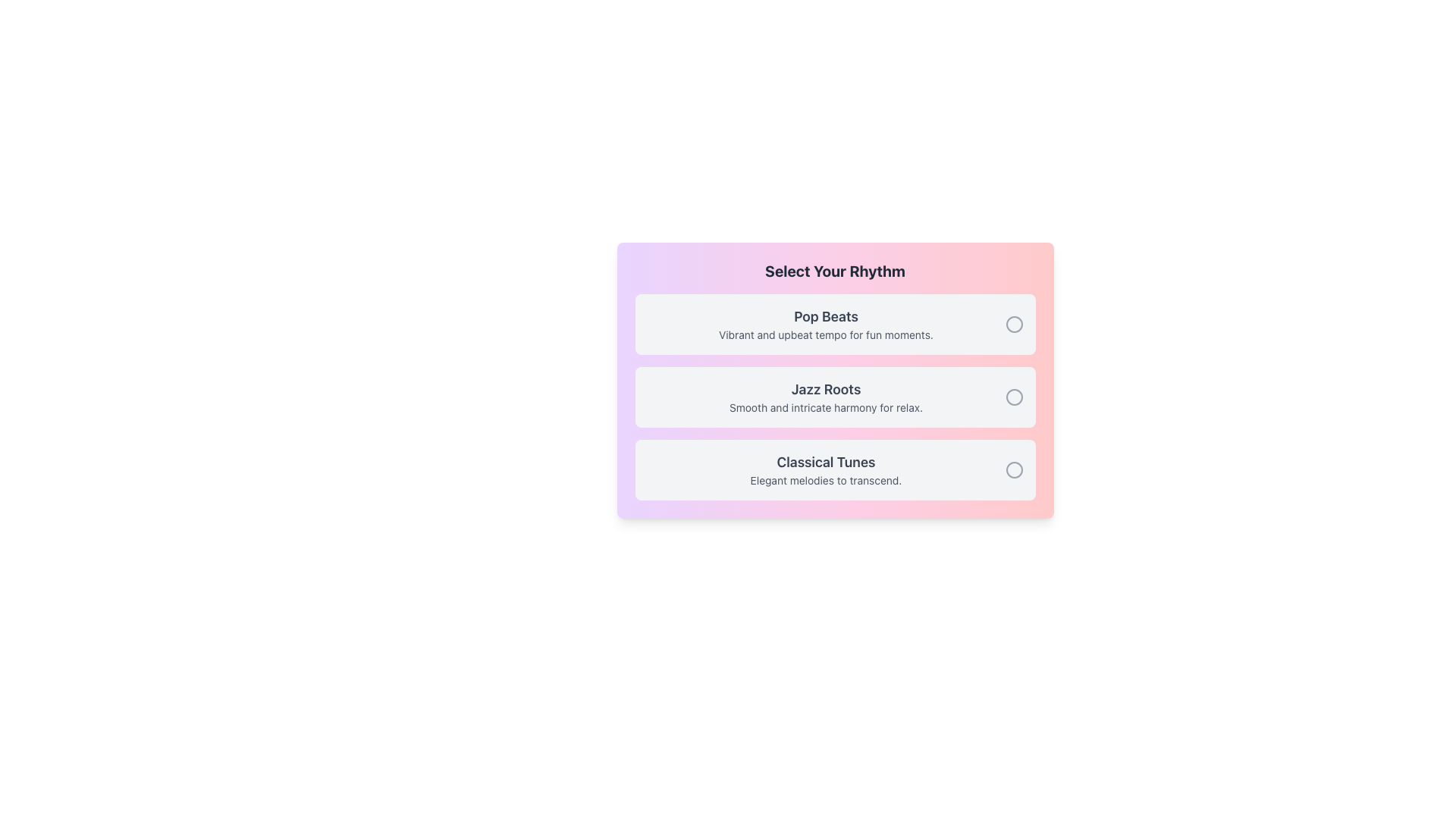 Image resolution: width=1456 pixels, height=819 pixels. I want to click on the inner circle of the Radio Button Indicator for the 'Jazz Roots' option, so click(1014, 397).